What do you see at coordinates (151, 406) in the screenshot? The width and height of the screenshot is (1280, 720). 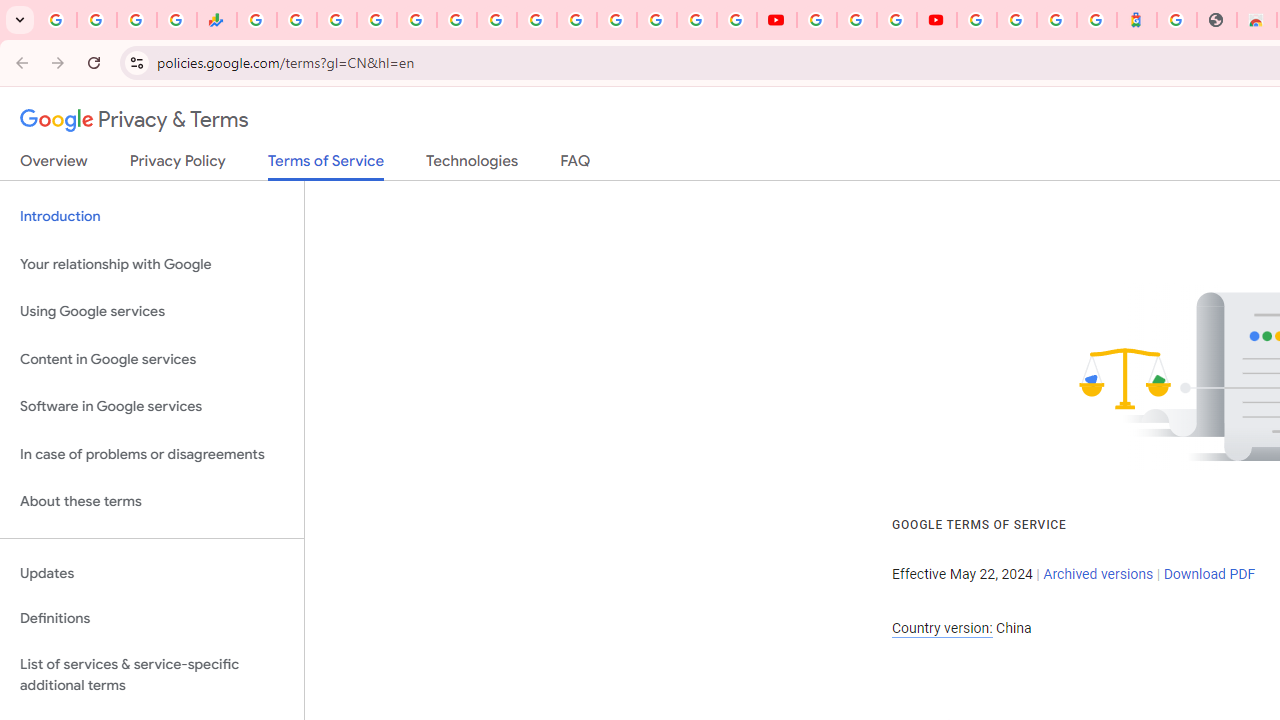 I see `'Software in Google services'` at bounding box center [151, 406].